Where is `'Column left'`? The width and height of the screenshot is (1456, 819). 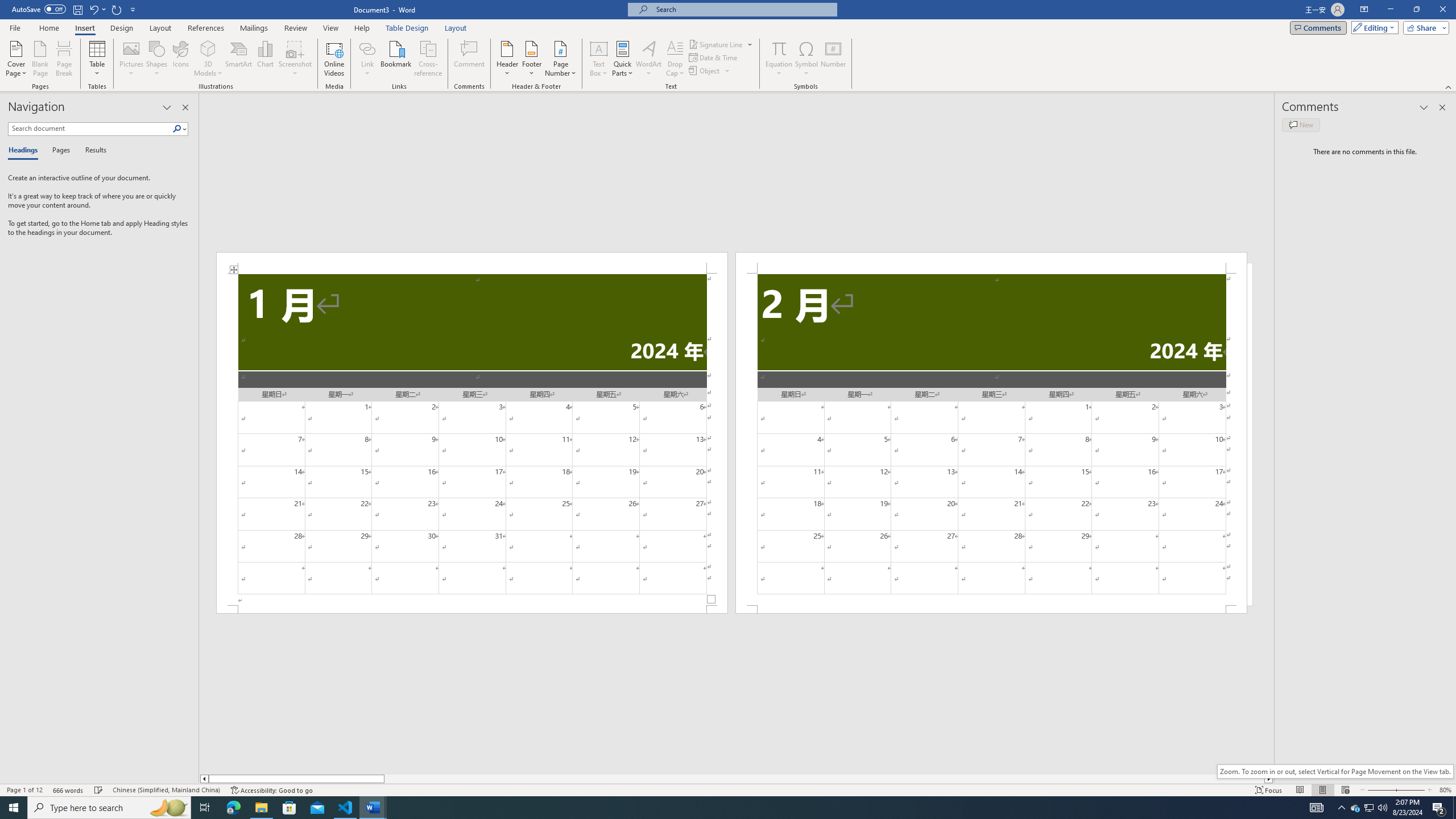 'Column left' is located at coordinates (204, 778).